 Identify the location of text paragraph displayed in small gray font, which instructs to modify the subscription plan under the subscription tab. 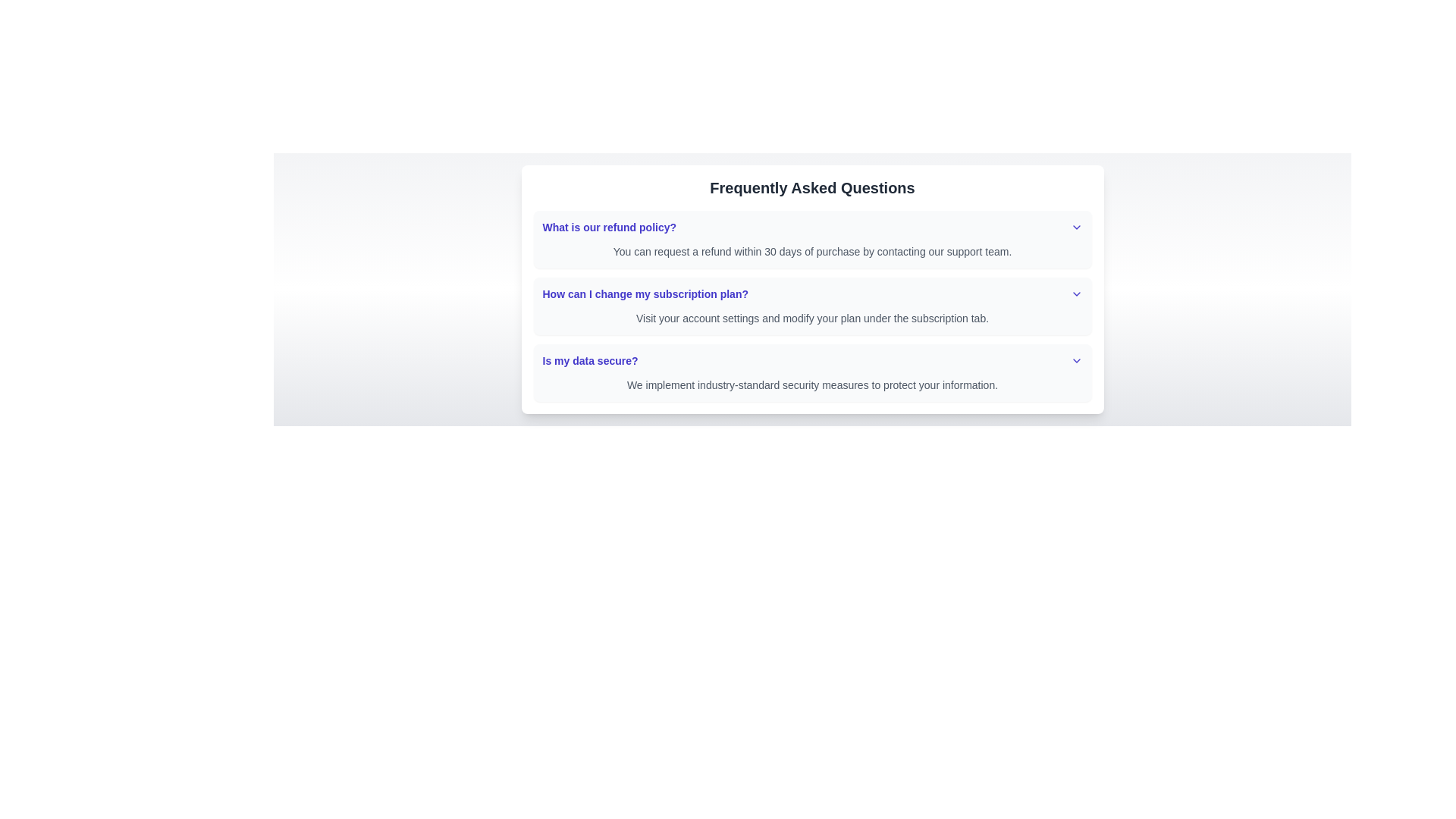
(811, 318).